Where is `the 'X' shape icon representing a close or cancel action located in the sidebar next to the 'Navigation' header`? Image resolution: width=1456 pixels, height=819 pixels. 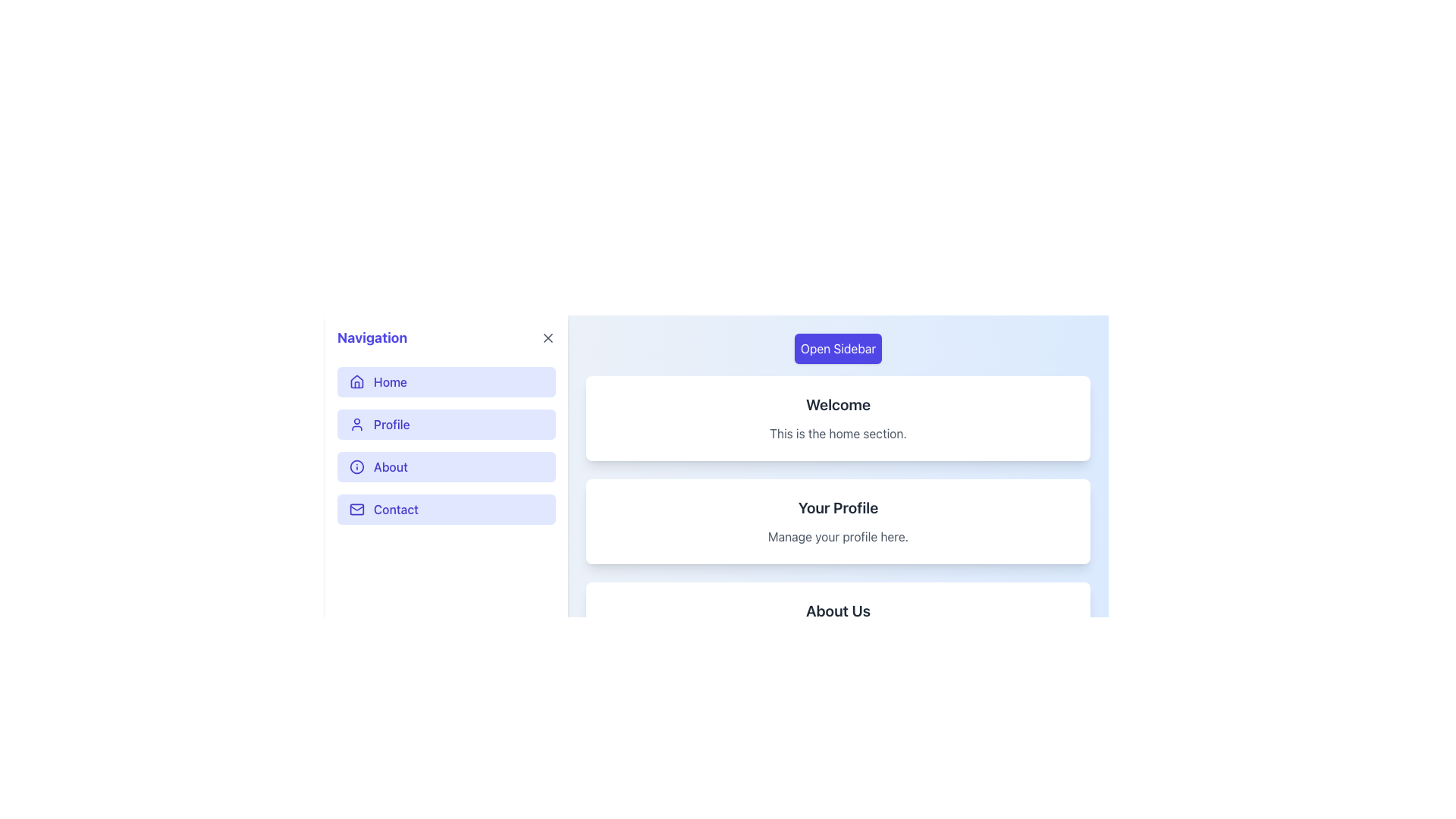 the 'X' shape icon representing a close or cancel action located in the sidebar next to the 'Navigation' header is located at coordinates (548, 337).